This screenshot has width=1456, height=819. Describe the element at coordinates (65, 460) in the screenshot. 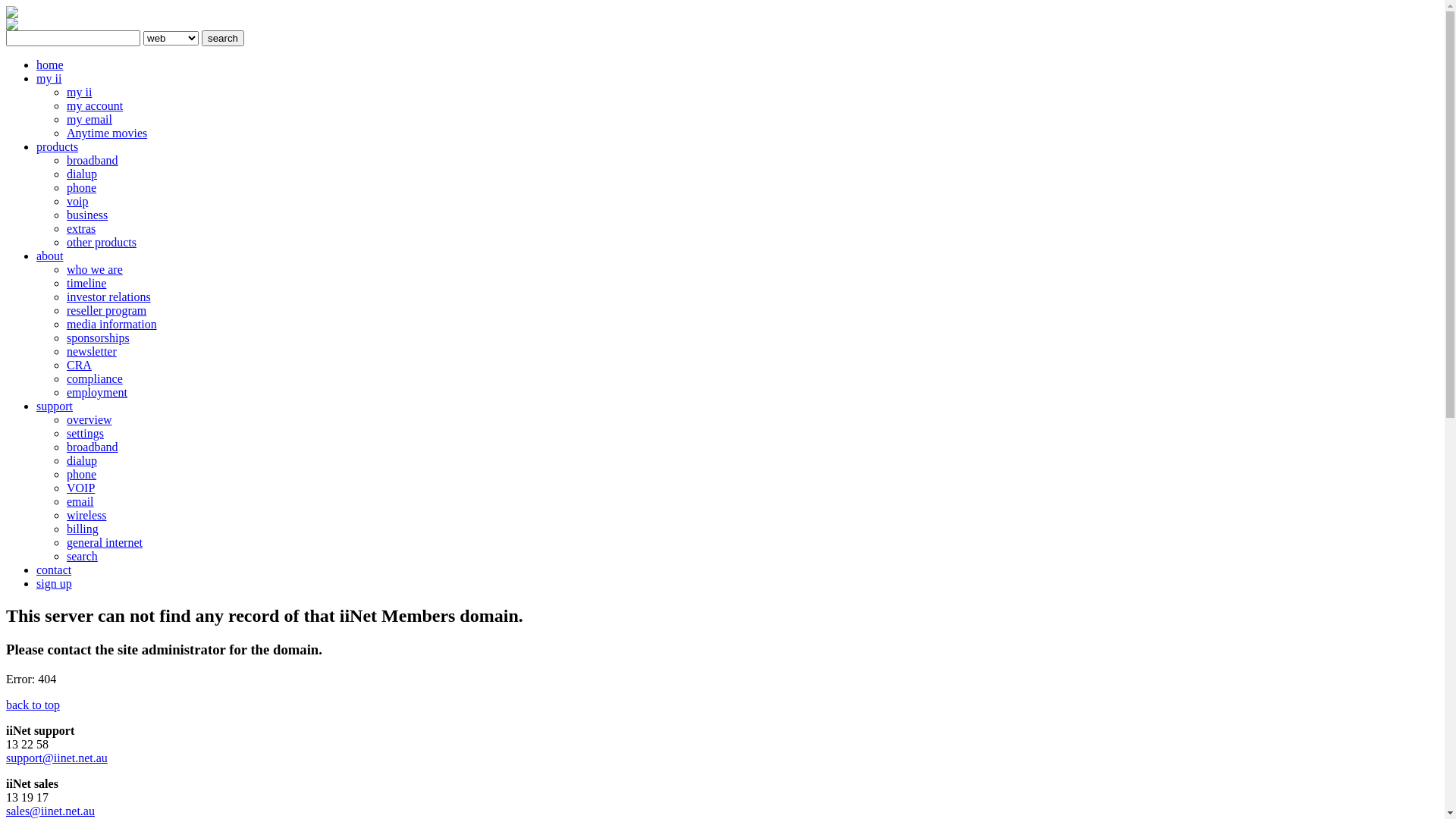

I see `'dialup'` at that location.